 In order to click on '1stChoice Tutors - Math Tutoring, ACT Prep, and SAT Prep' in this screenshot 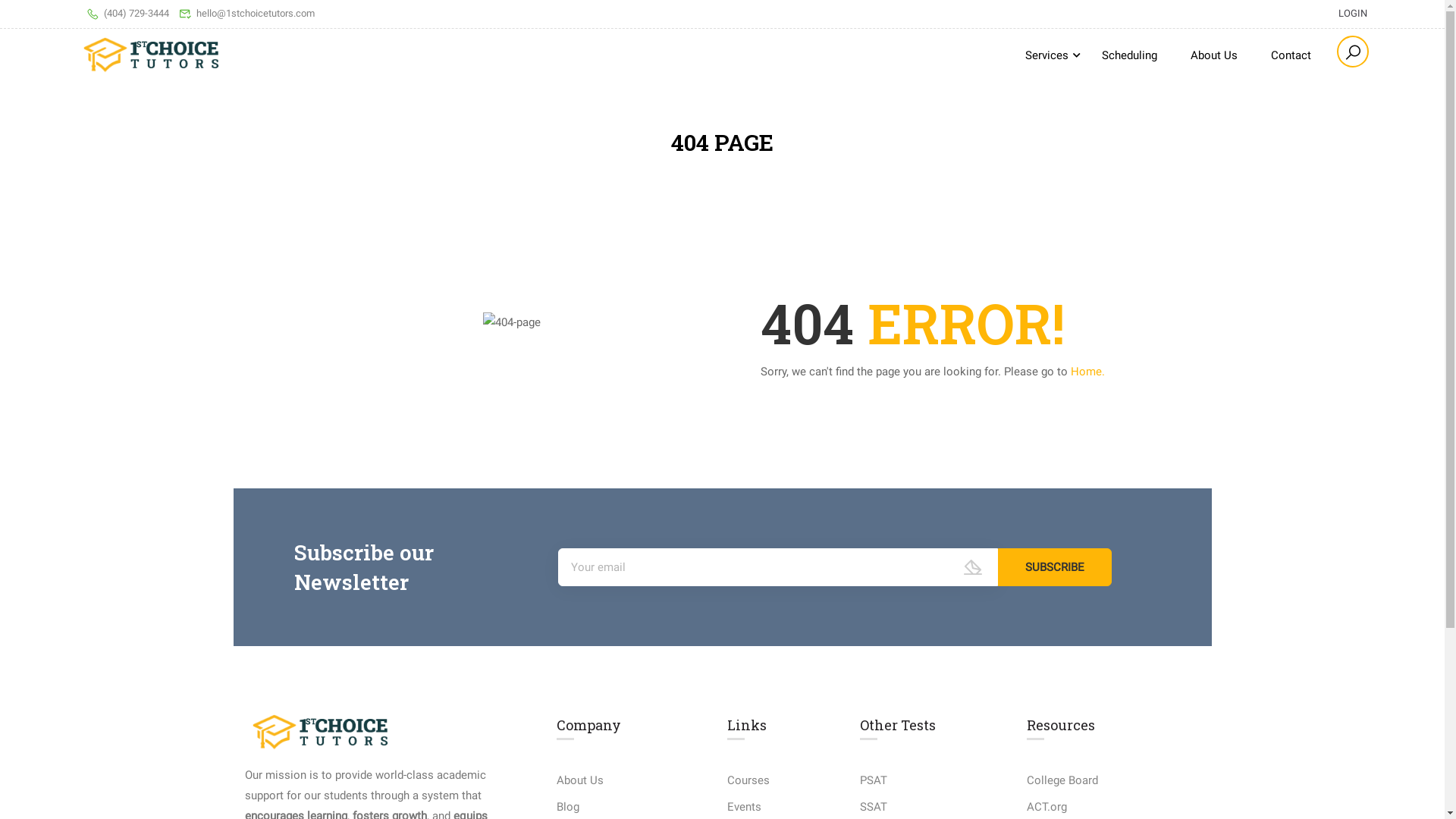, I will do `click(152, 54)`.